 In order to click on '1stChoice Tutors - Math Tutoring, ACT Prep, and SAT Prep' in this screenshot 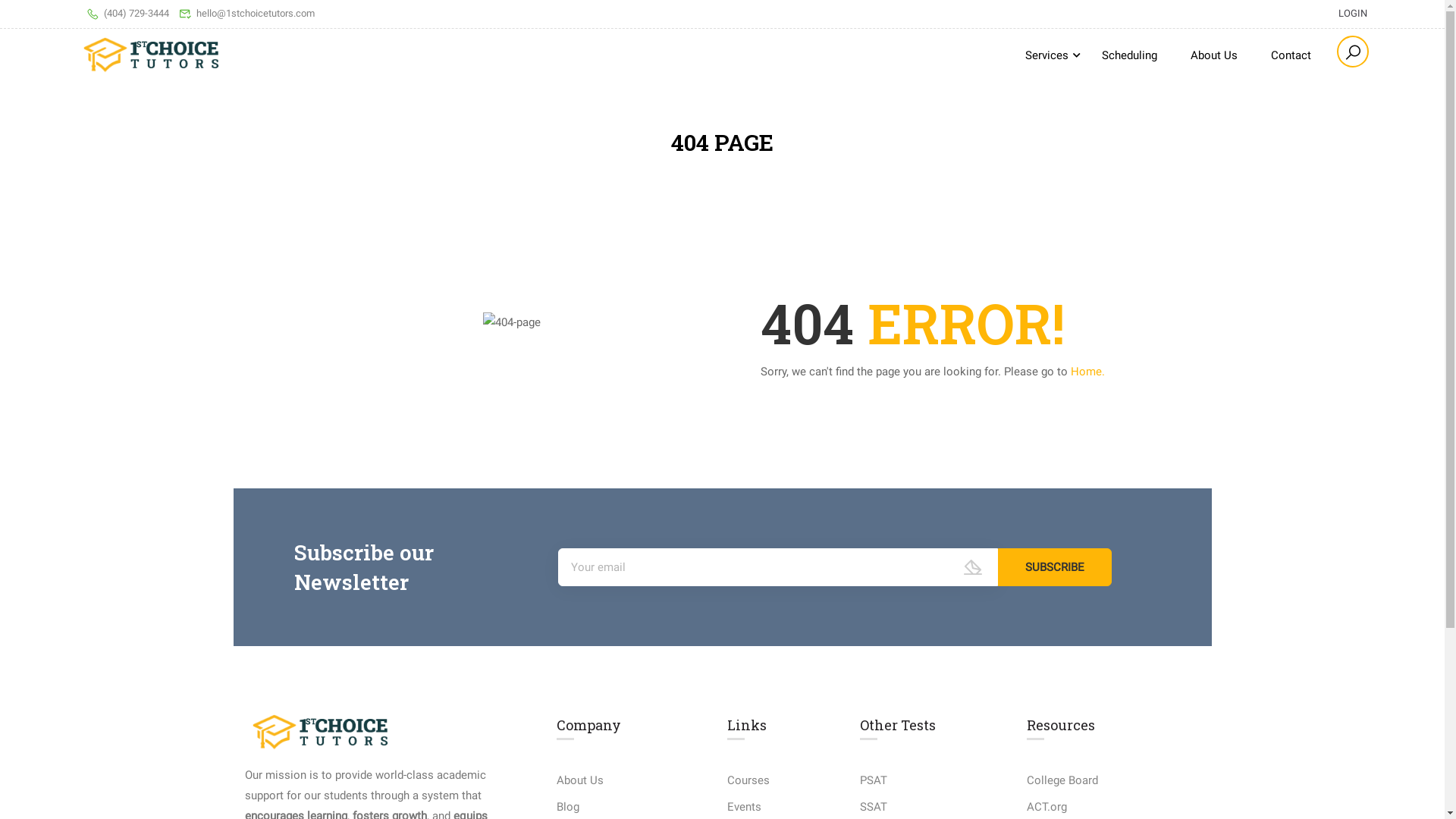, I will do `click(152, 54)`.